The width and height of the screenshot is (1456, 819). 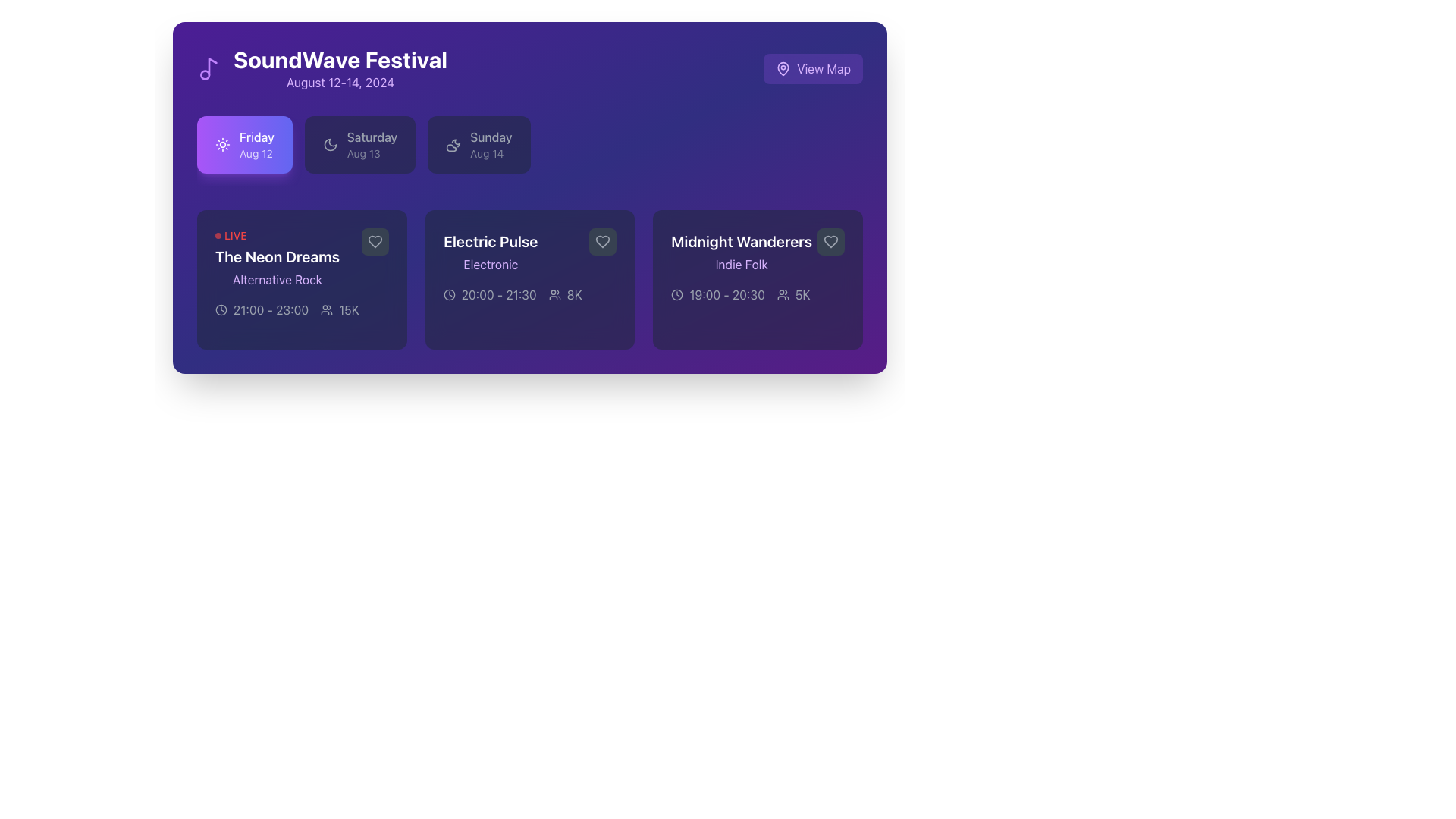 I want to click on the SVG Icon (Crescent Moon) located near the top-right corner of the 'Friday Aug 12' button to identify the dark mode setting, so click(x=329, y=145).